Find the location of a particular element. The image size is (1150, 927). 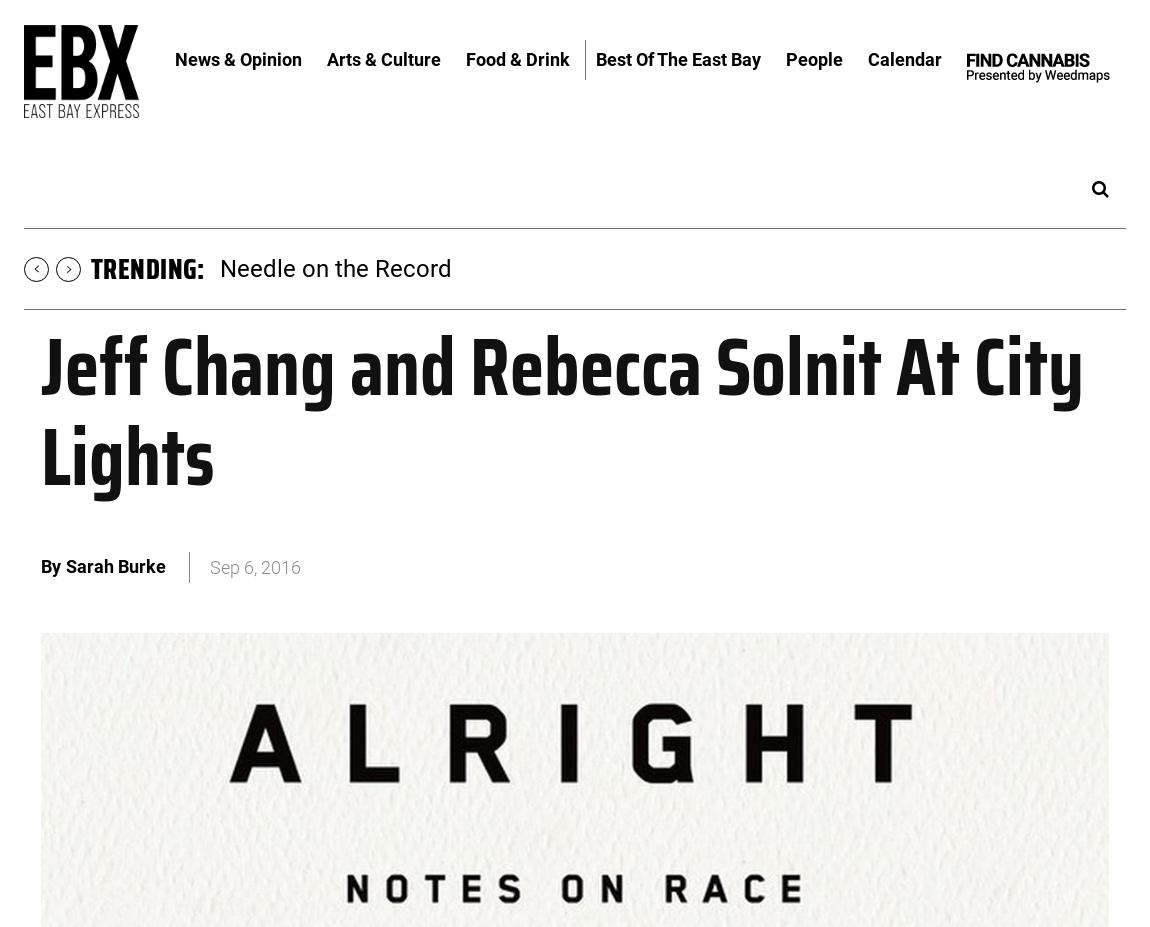

'By' is located at coordinates (40, 565).